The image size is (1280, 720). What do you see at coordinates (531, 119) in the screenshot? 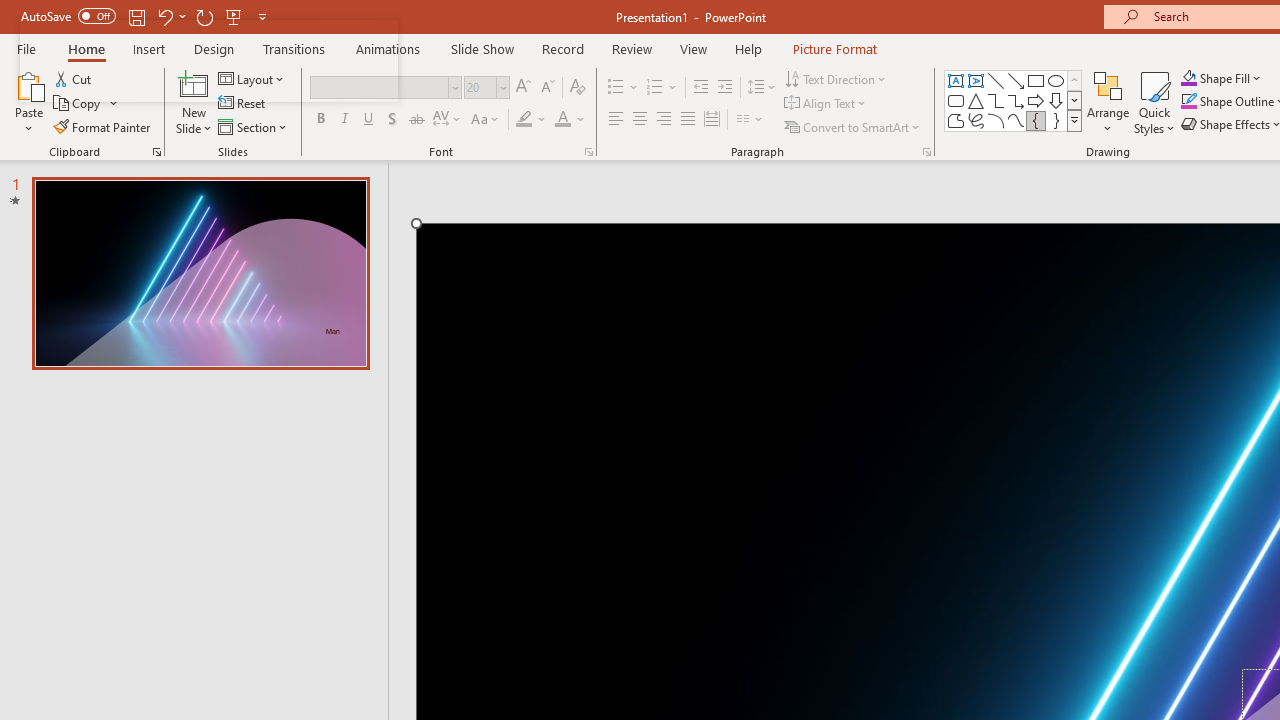
I see `'Text Highlight Color'` at bounding box center [531, 119].